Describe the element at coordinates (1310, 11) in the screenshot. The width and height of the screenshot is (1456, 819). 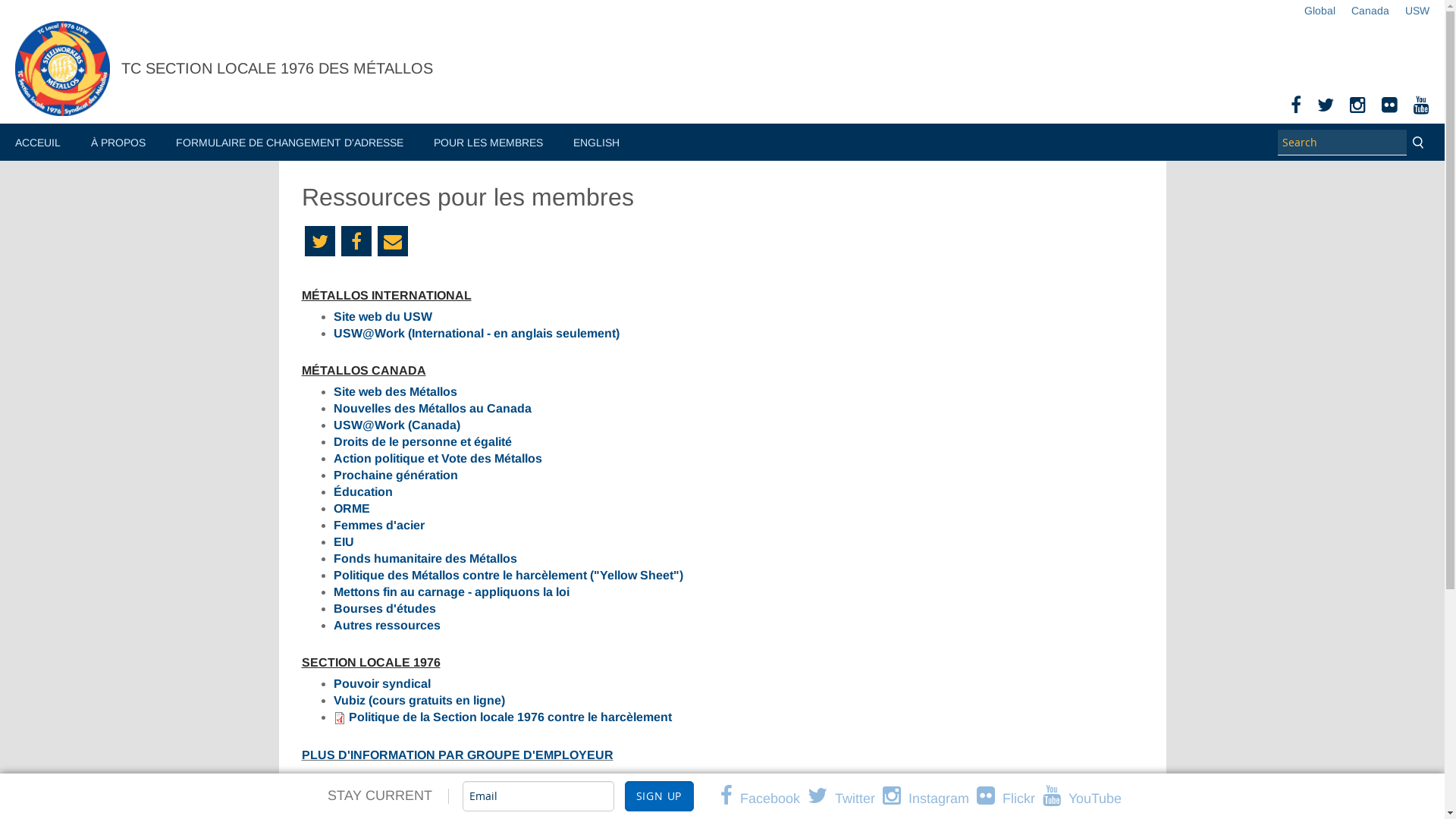
I see `'Global'` at that location.